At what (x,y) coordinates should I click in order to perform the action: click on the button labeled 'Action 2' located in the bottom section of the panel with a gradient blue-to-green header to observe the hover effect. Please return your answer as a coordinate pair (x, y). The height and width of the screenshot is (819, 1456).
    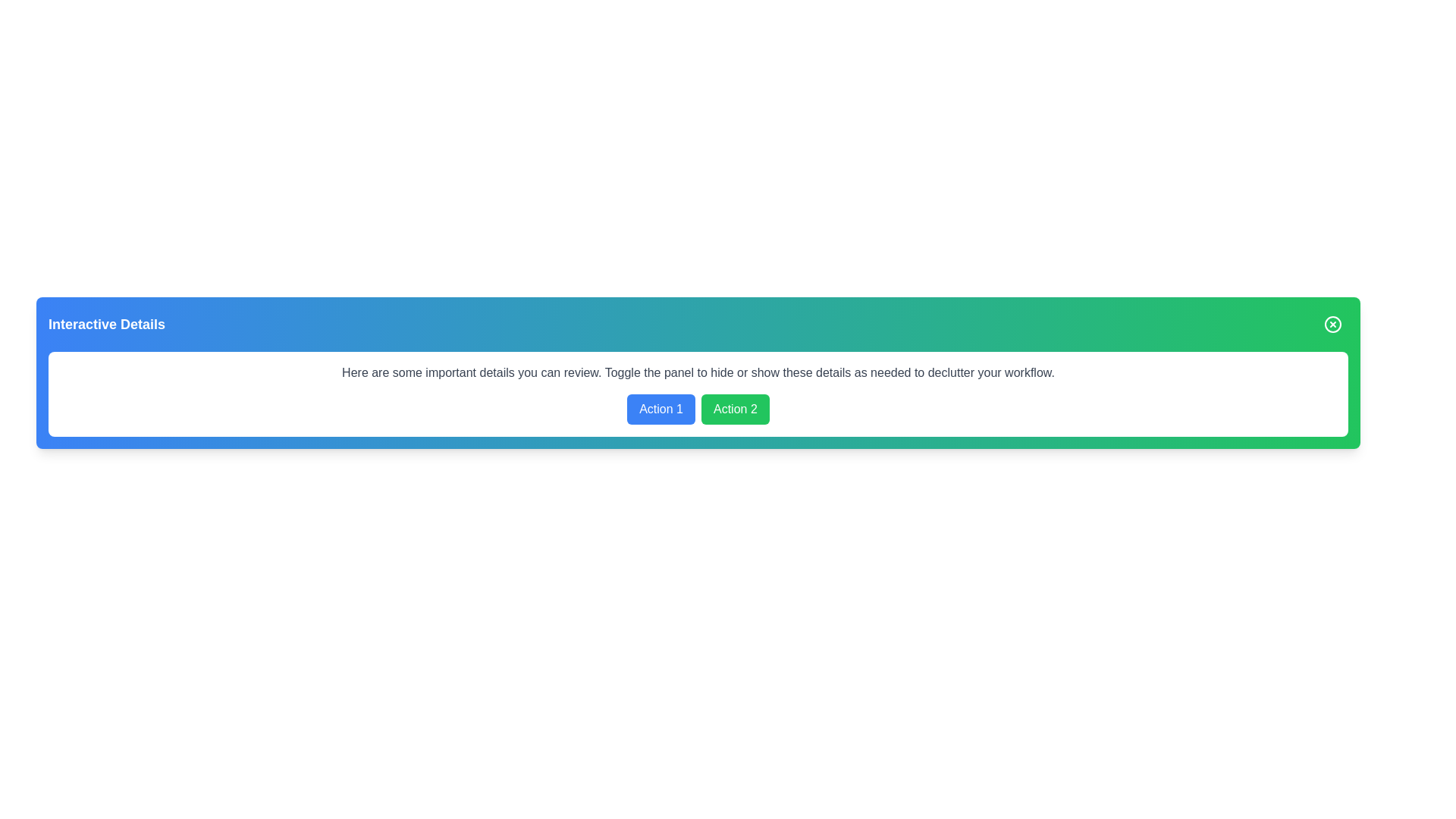
    Looking at the image, I should click on (735, 409).